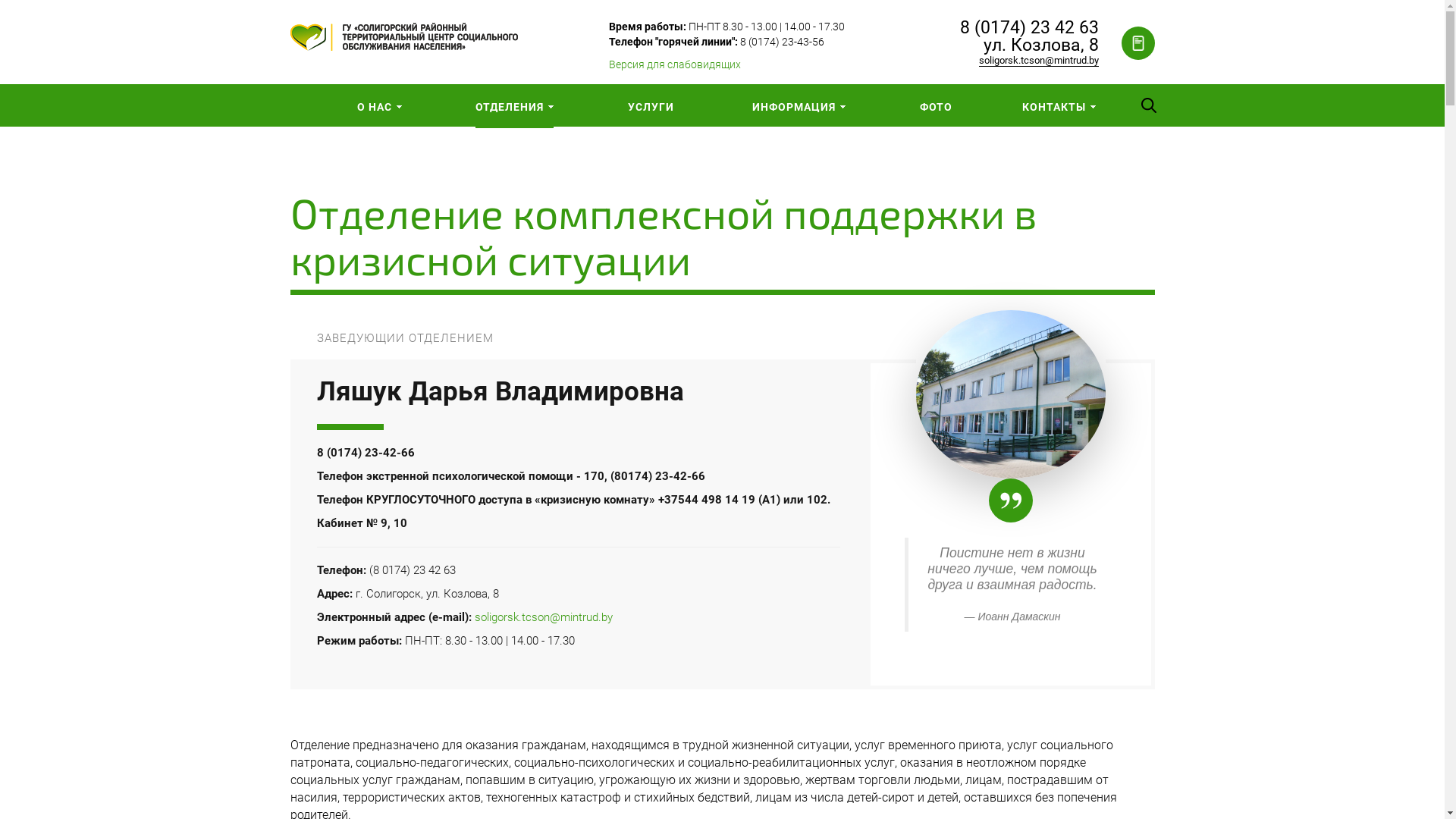 This screenshot has height=819, width=1456. I want to click on 'soligorsk.tcson@mintrud.by', so click(978, 60).